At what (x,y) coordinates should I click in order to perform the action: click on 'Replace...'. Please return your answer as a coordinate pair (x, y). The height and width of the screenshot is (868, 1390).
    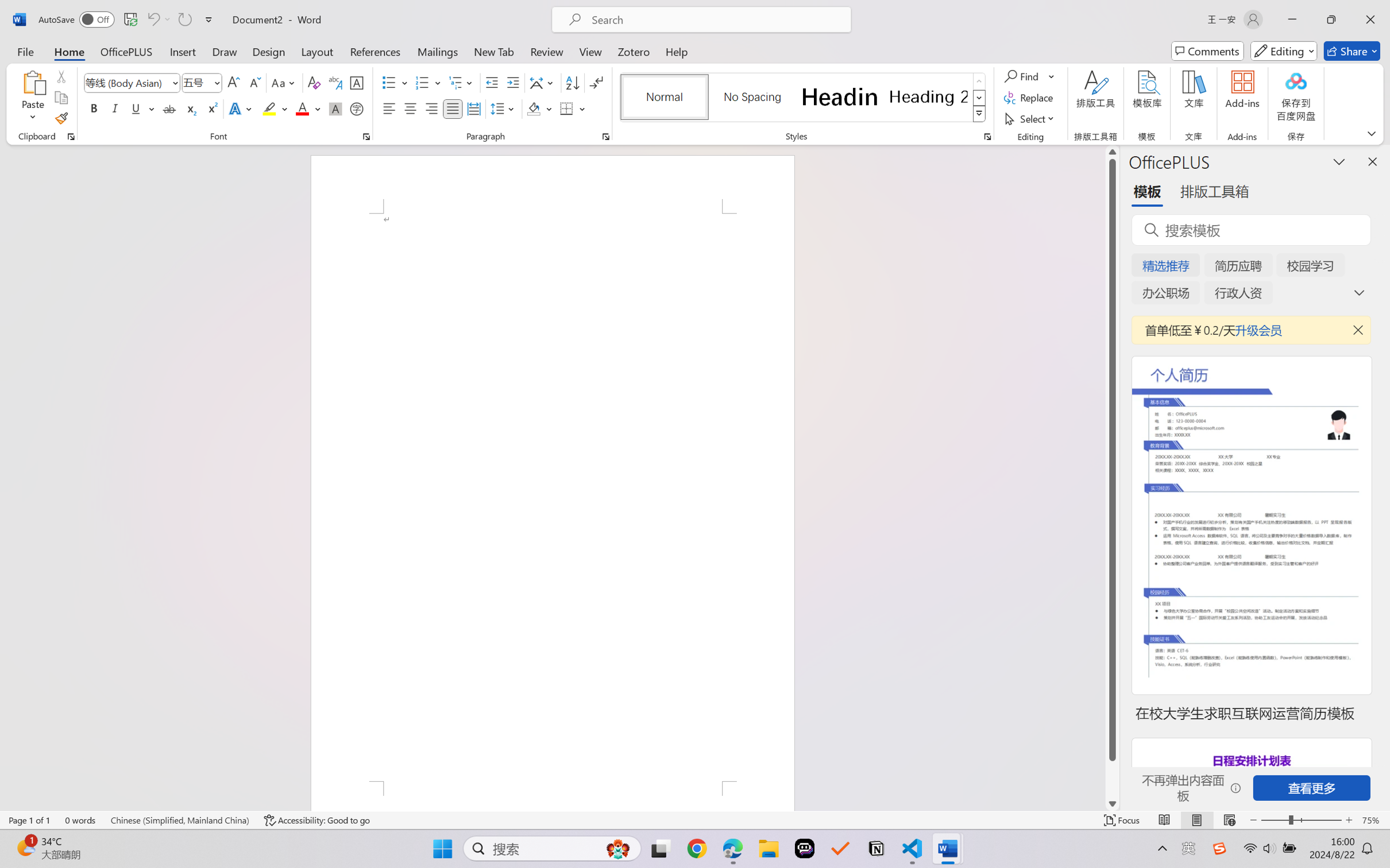
    Looking at the image, I should click on (1029, 98).